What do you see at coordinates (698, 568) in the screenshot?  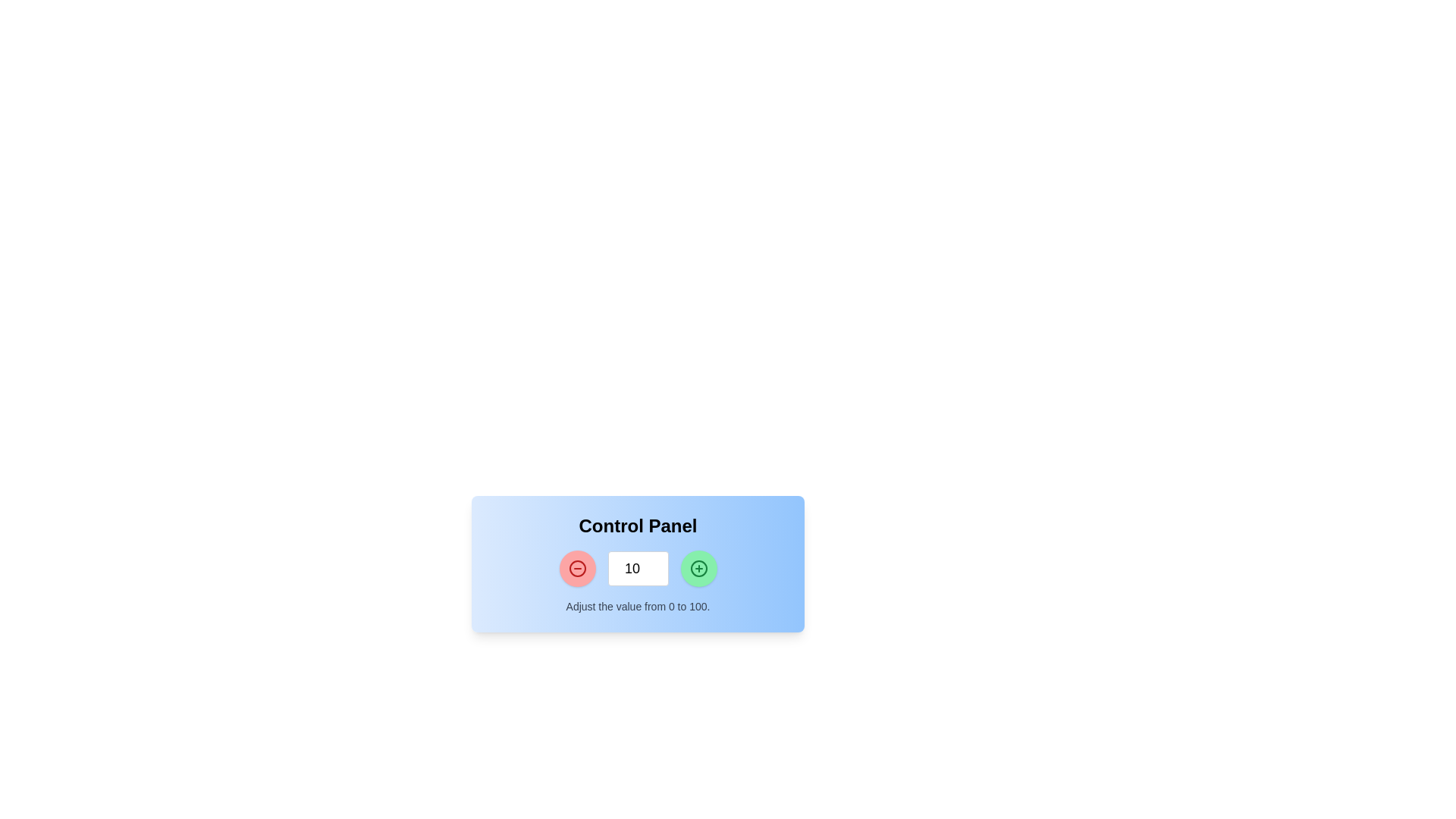 I see `the green circular button with a plus icon located on the far right of the horizontal layout to interact with it via keyboard` at bounding box center [698, 568].